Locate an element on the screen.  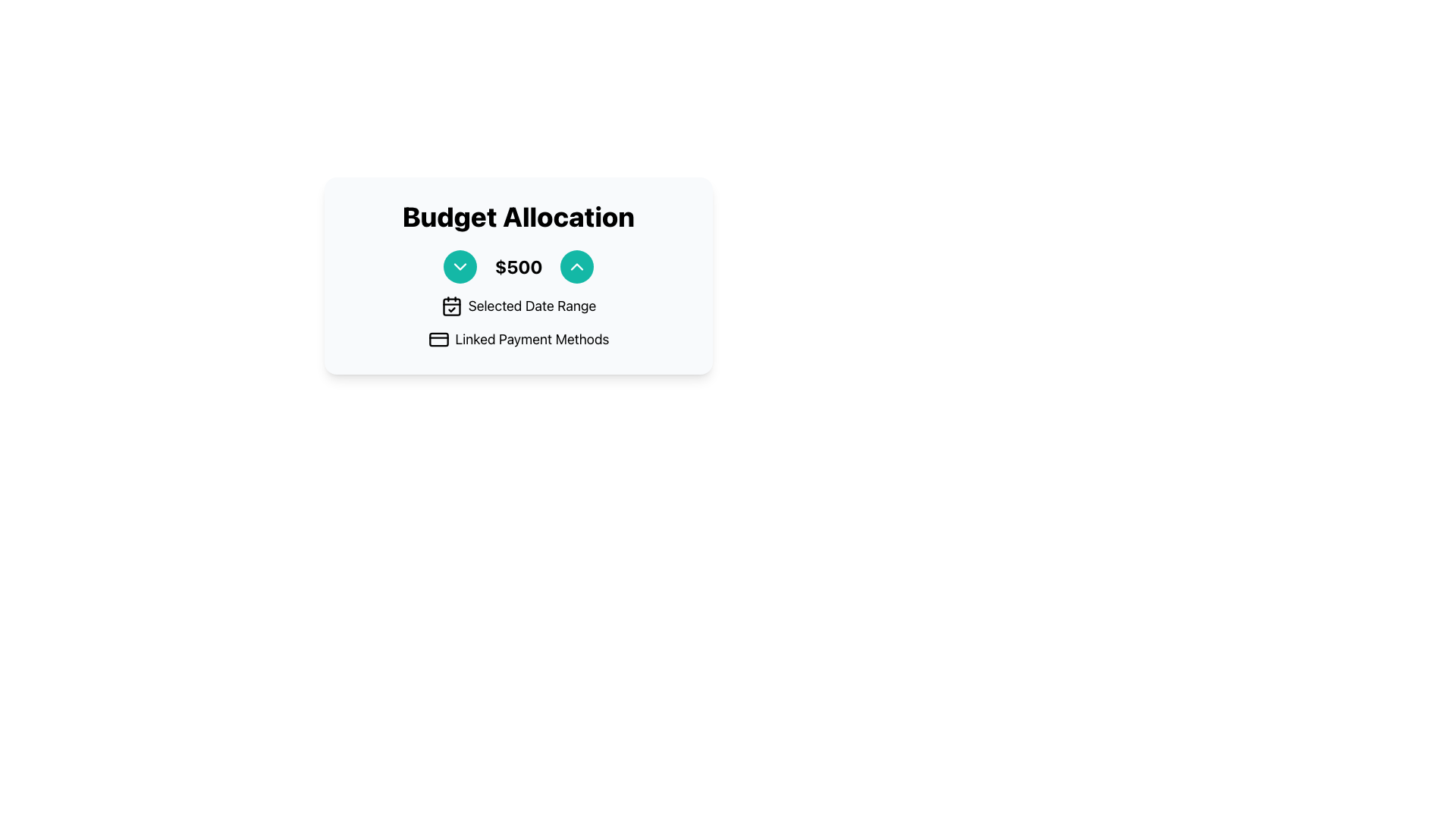
the icon indicating or launching the date selection feature, located to the left of the 'Selected Date Range' label under the 'Budget Allocation' section is located at coordinates (450, 306).